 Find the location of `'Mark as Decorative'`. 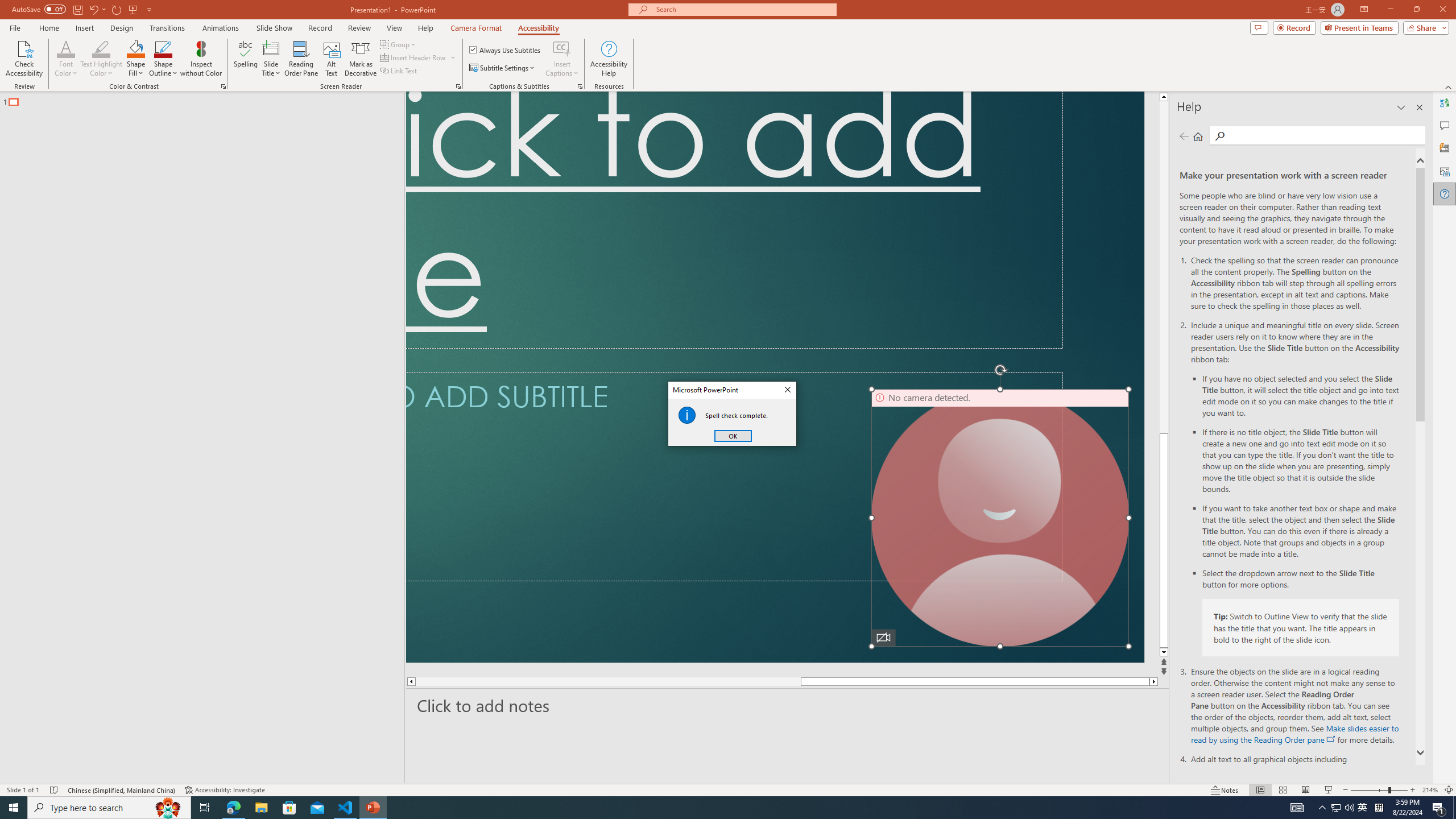

'Mark as Decorative' is located at coordinates (360, 59).